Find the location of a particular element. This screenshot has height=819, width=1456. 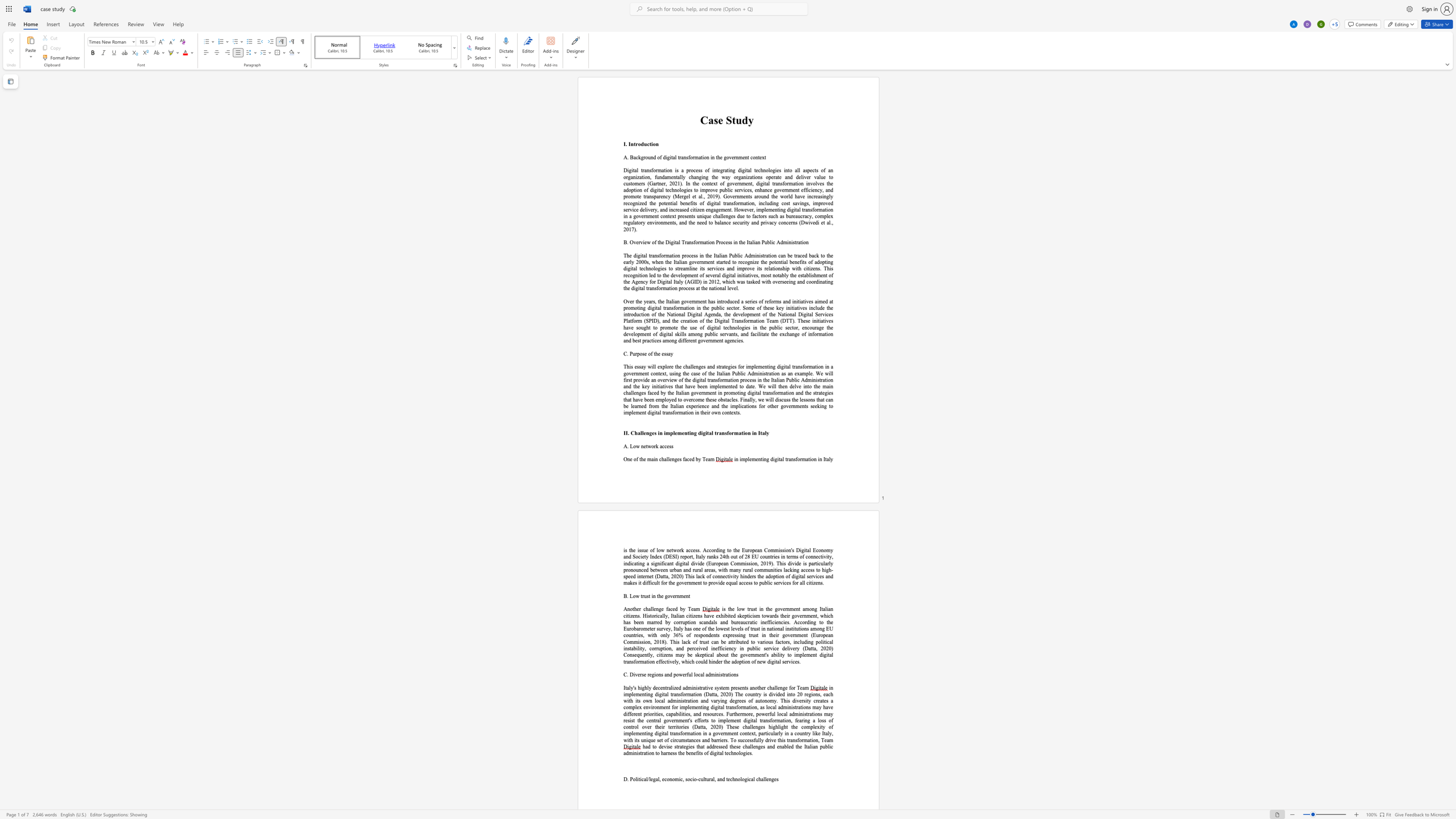

the space between the continuous character "l" and "d" in the text is located at coordinates (790, 196).